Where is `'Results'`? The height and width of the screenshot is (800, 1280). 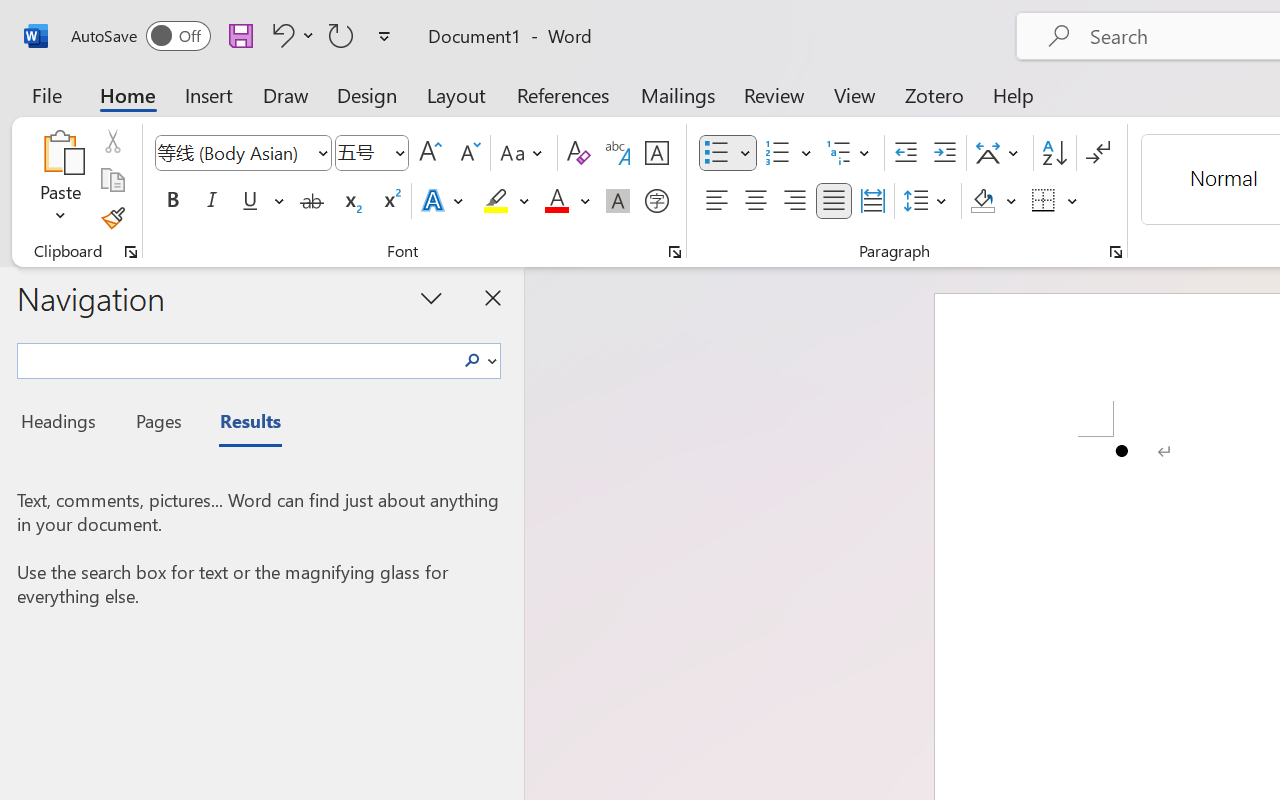
'Results' is located at coordinates (240, 424).